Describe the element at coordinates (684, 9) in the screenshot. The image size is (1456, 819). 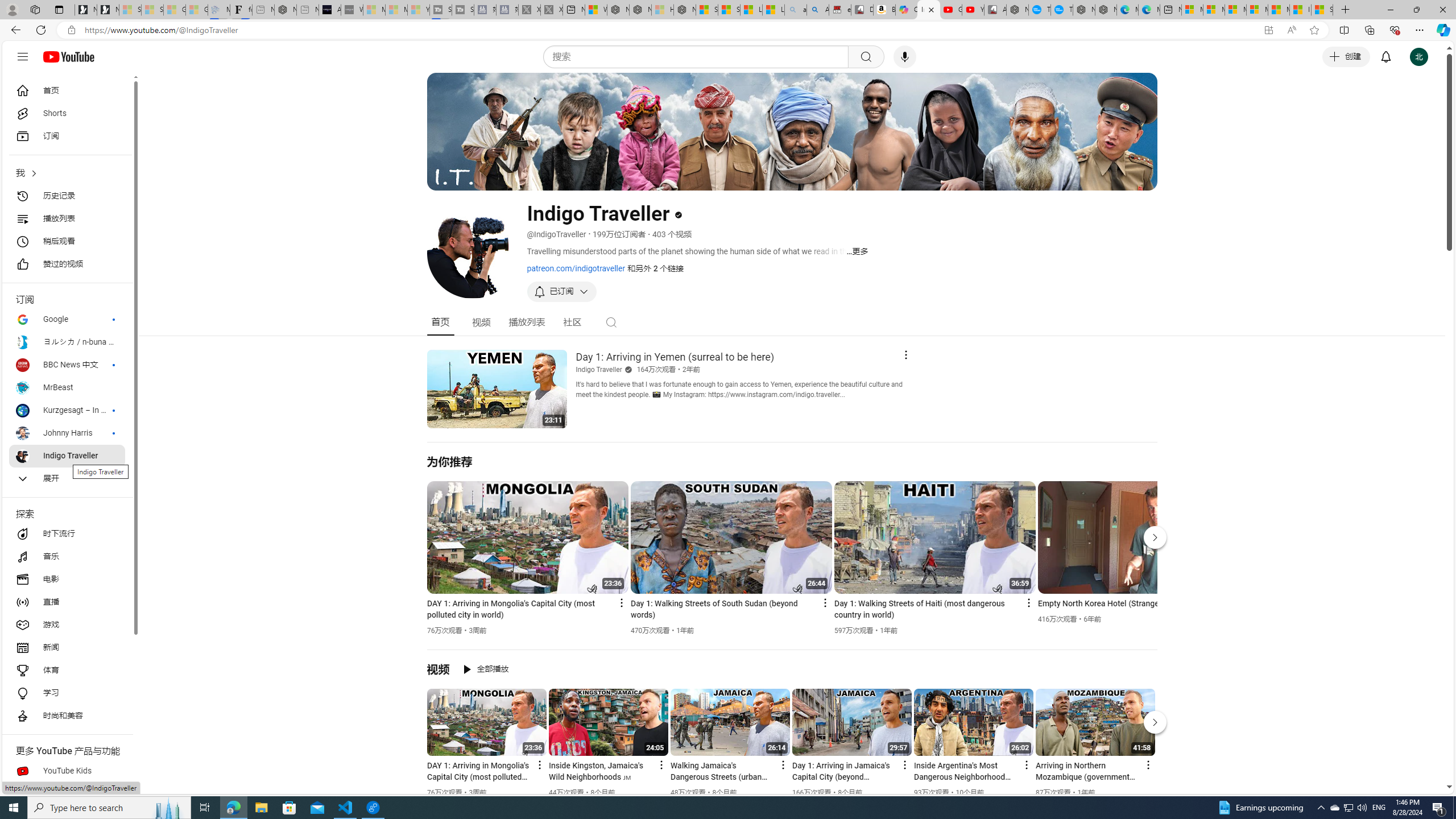
I see `'Nordace - Nordace Siena Is Not An Ordinary Backpack'` at that location.